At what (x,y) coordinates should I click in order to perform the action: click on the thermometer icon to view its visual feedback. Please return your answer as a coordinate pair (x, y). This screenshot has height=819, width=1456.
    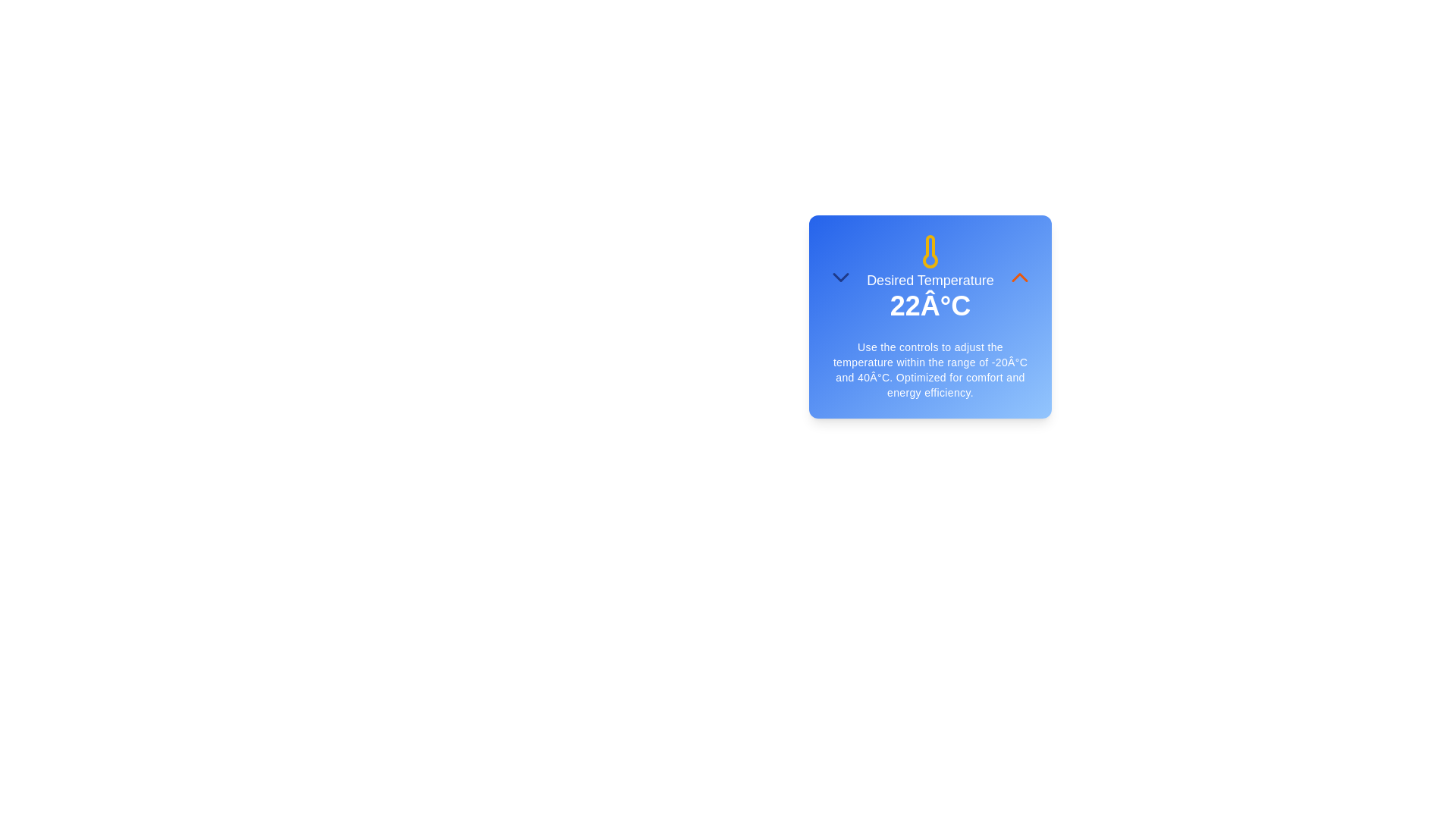
    Looking at the image, I should click on (930, 250).